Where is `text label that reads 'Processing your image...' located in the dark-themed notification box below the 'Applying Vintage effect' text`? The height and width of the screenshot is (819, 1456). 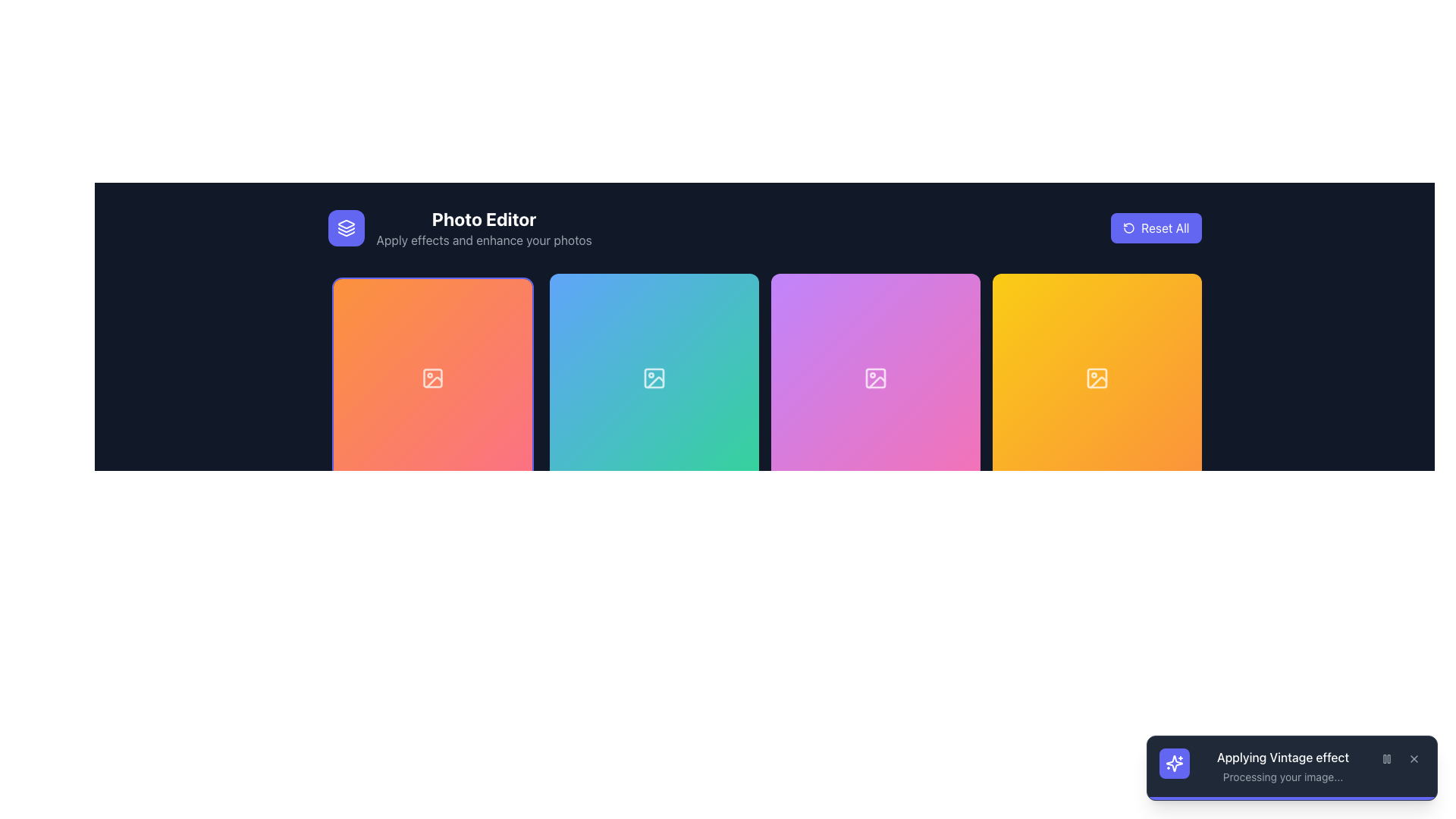 text label that reads 'Processing your image...' located in the dark-themed notification box below the 'Applying Vintage effect' text is located at coordinates (1282, 777).